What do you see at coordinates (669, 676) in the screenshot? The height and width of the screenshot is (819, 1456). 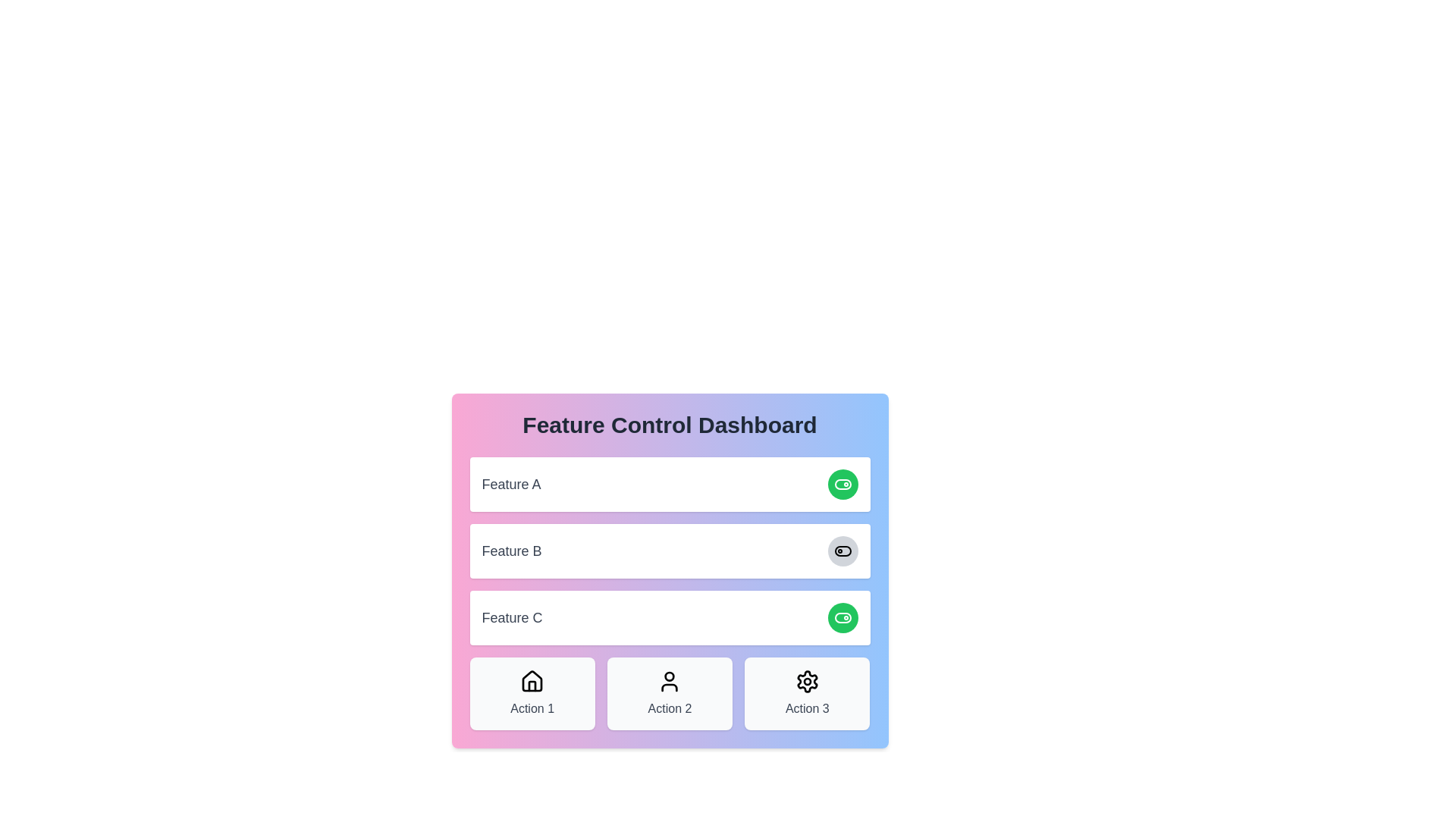 I see `the circular vector graphic representing the head portion of the user avatar, which is centrally aligned within the 'Action 2' section of the footer action buttons` at bounding box center [669, 676].